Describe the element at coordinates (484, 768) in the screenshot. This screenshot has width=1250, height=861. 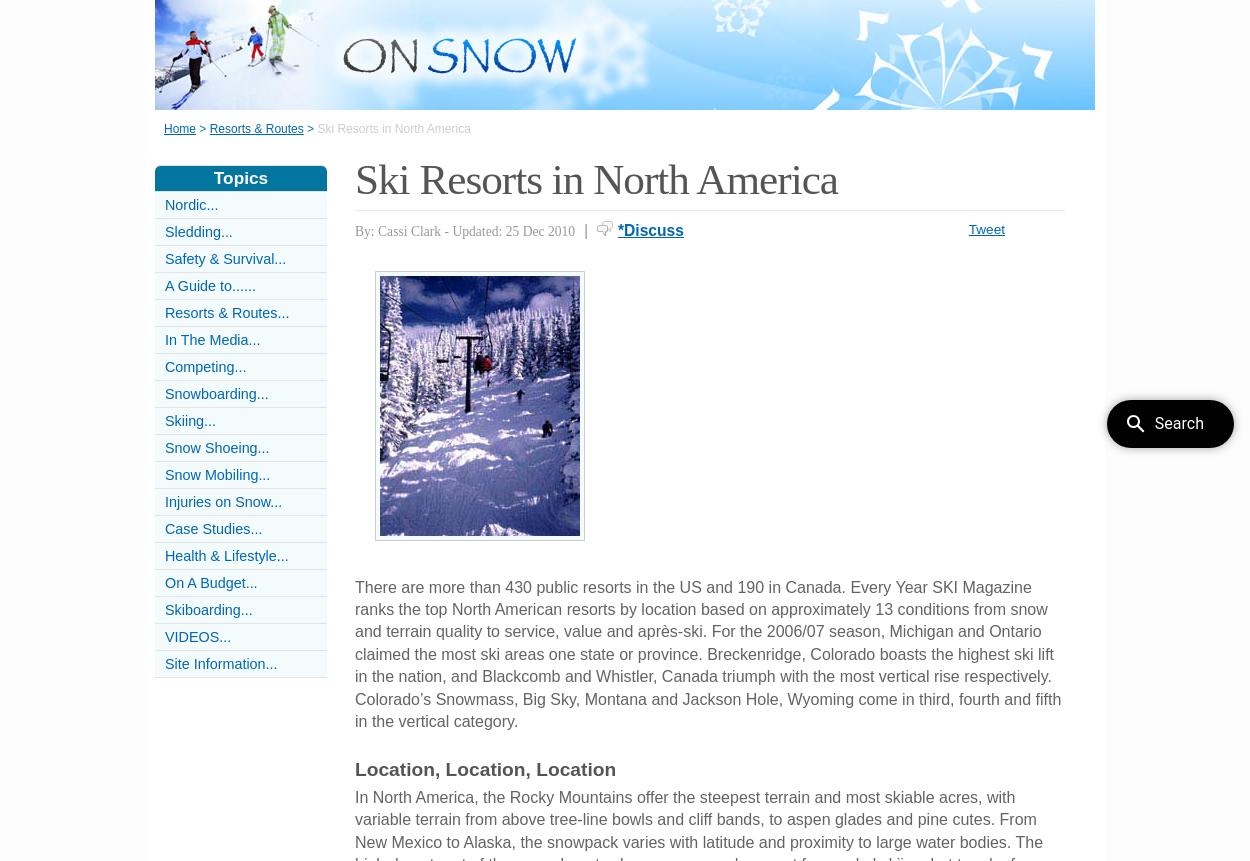
I see `'Location, Location, Location'` at that location.